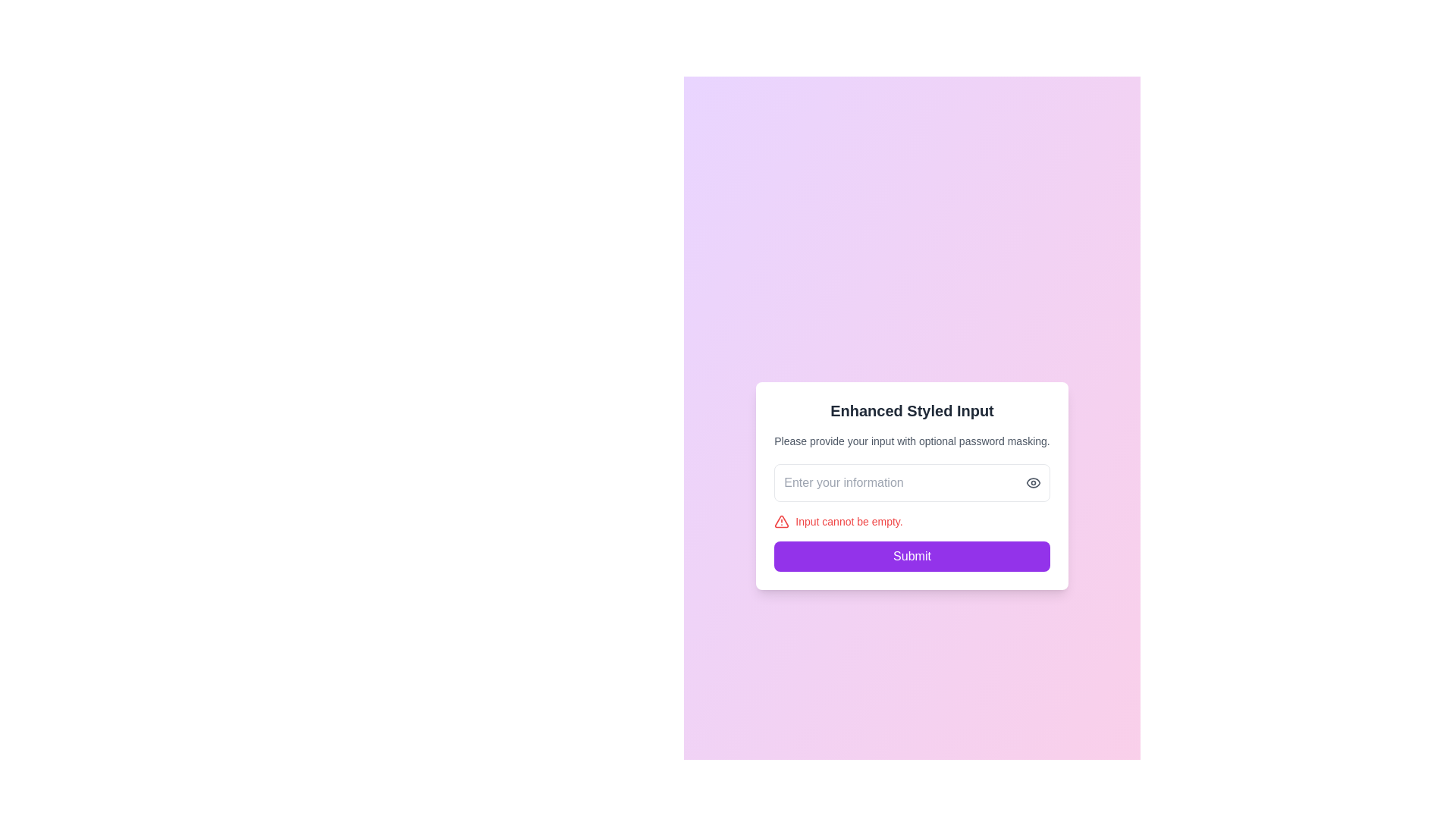 This screenshot has width=1456, height=819. I want to click on the static text element that serves as a descriptive heading or label, guiding the user towards the input functionality in the interface, so click(912, 411).